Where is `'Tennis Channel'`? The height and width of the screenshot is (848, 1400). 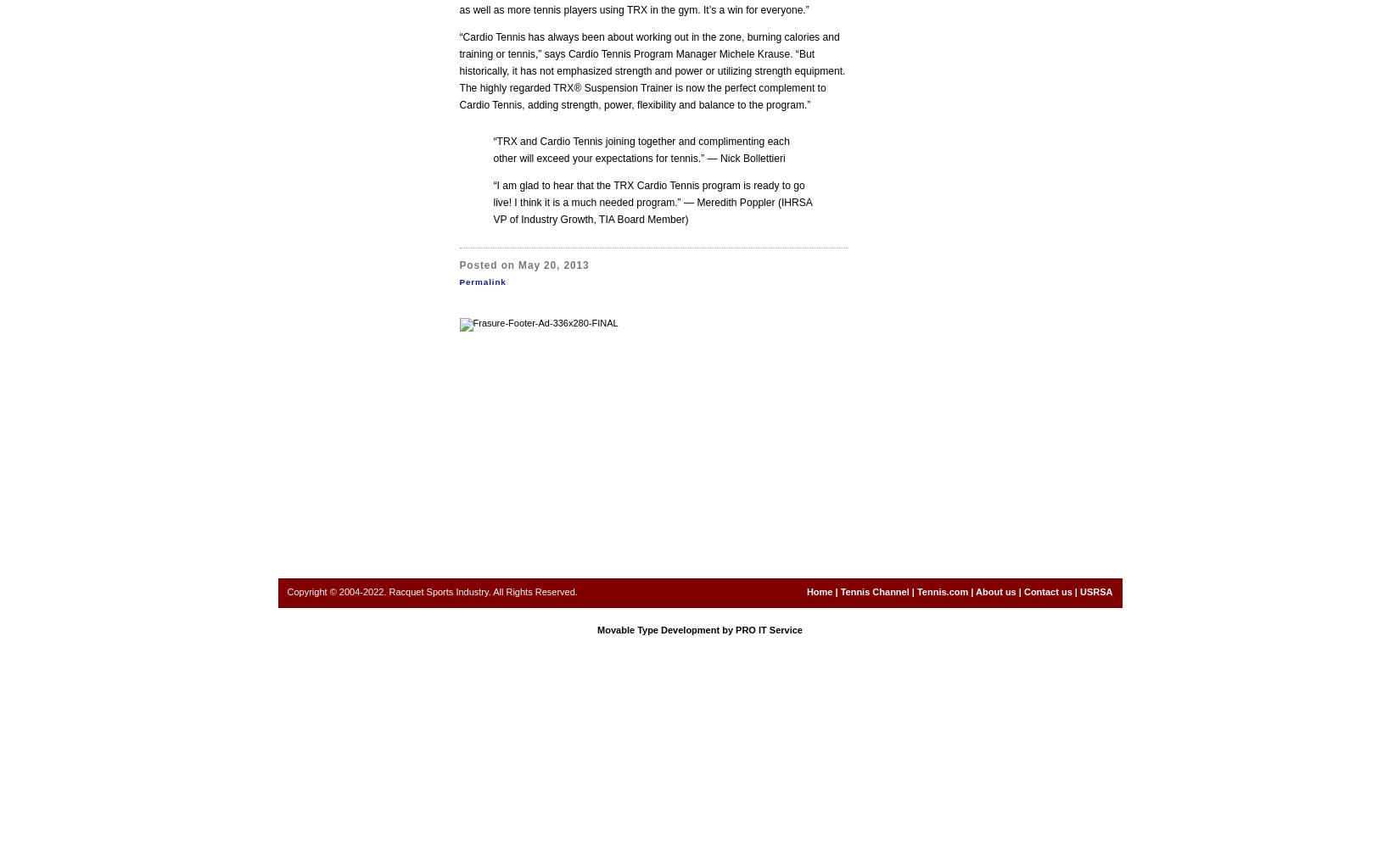 'Tennis Channel' is located at coordinates (874, 591).